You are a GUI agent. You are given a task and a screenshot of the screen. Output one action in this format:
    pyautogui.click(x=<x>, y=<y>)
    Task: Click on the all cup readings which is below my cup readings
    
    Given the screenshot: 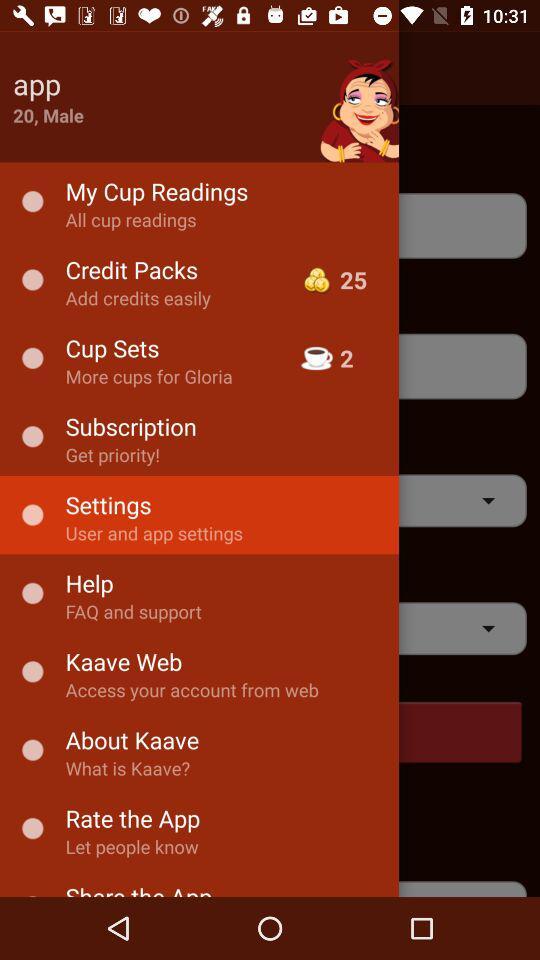 What is the action you would take?
    pyautogui.click(x=270, y=225)
    